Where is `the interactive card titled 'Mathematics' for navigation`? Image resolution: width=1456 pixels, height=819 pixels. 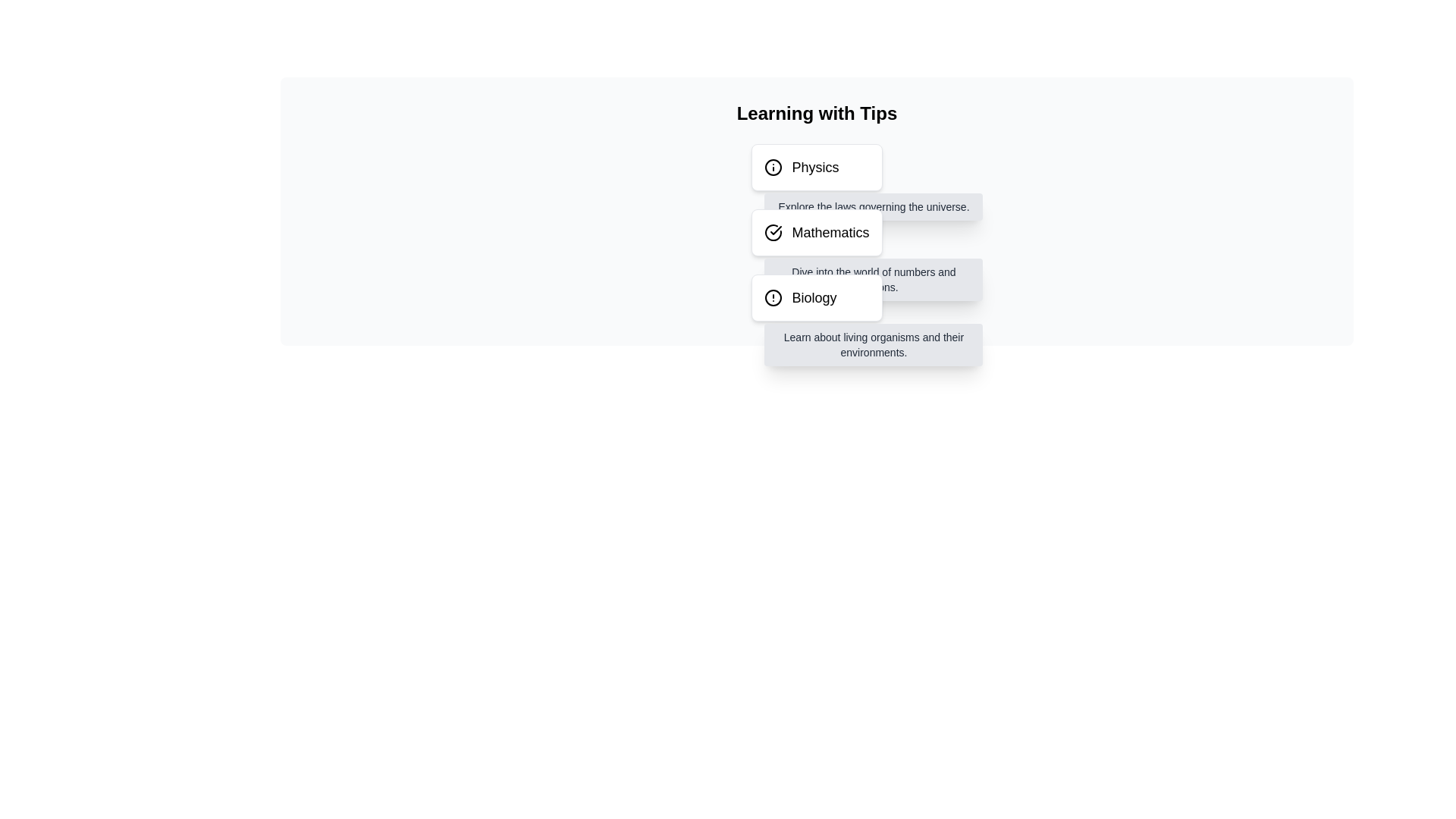 the interactive card titled 'Mathematics' for navigation is located at coordinates (816, 233).